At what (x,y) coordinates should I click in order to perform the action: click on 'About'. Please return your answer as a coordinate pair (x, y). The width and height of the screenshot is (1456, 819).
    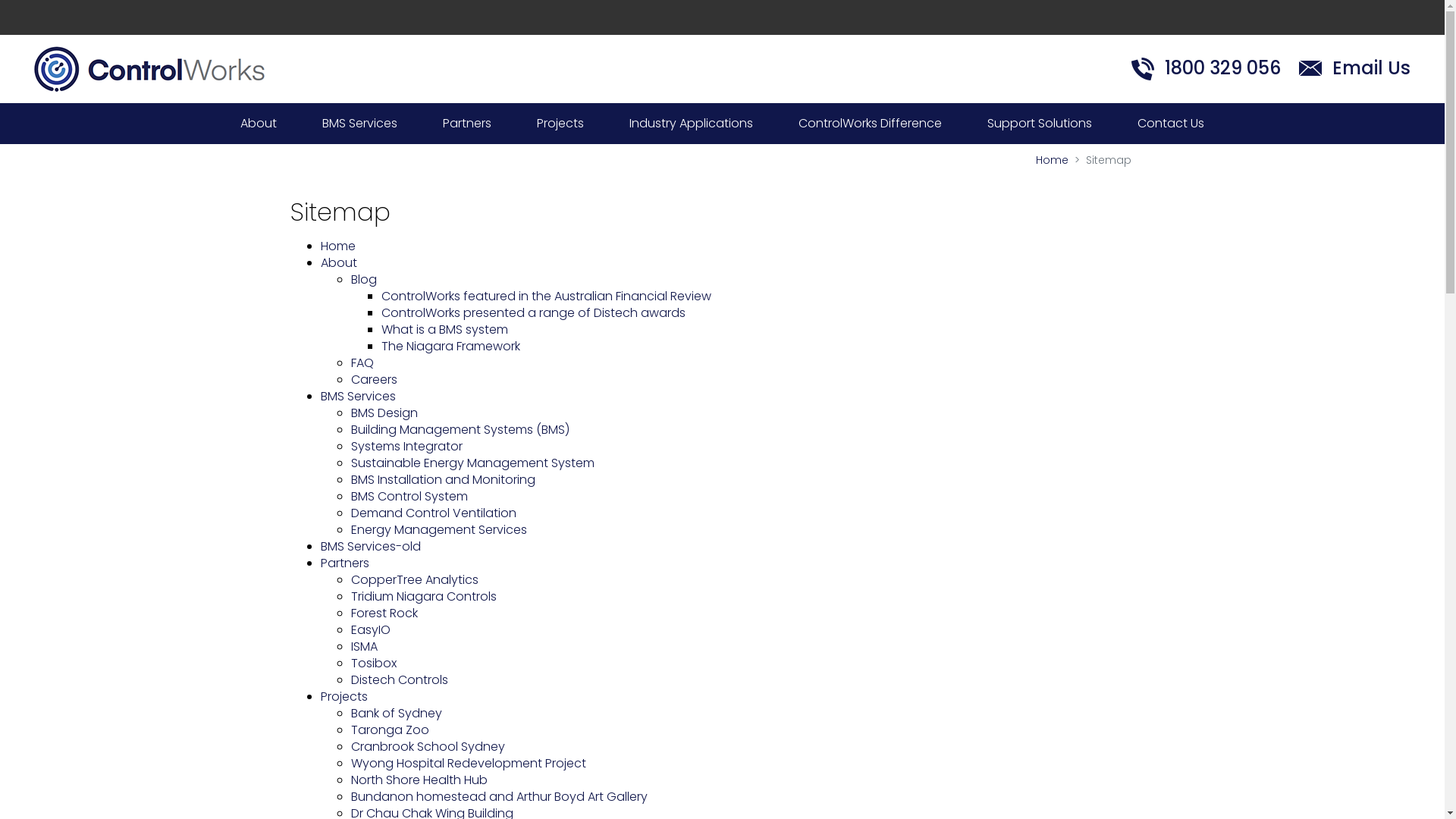
    Looking at the image, I should click on (258, 122).